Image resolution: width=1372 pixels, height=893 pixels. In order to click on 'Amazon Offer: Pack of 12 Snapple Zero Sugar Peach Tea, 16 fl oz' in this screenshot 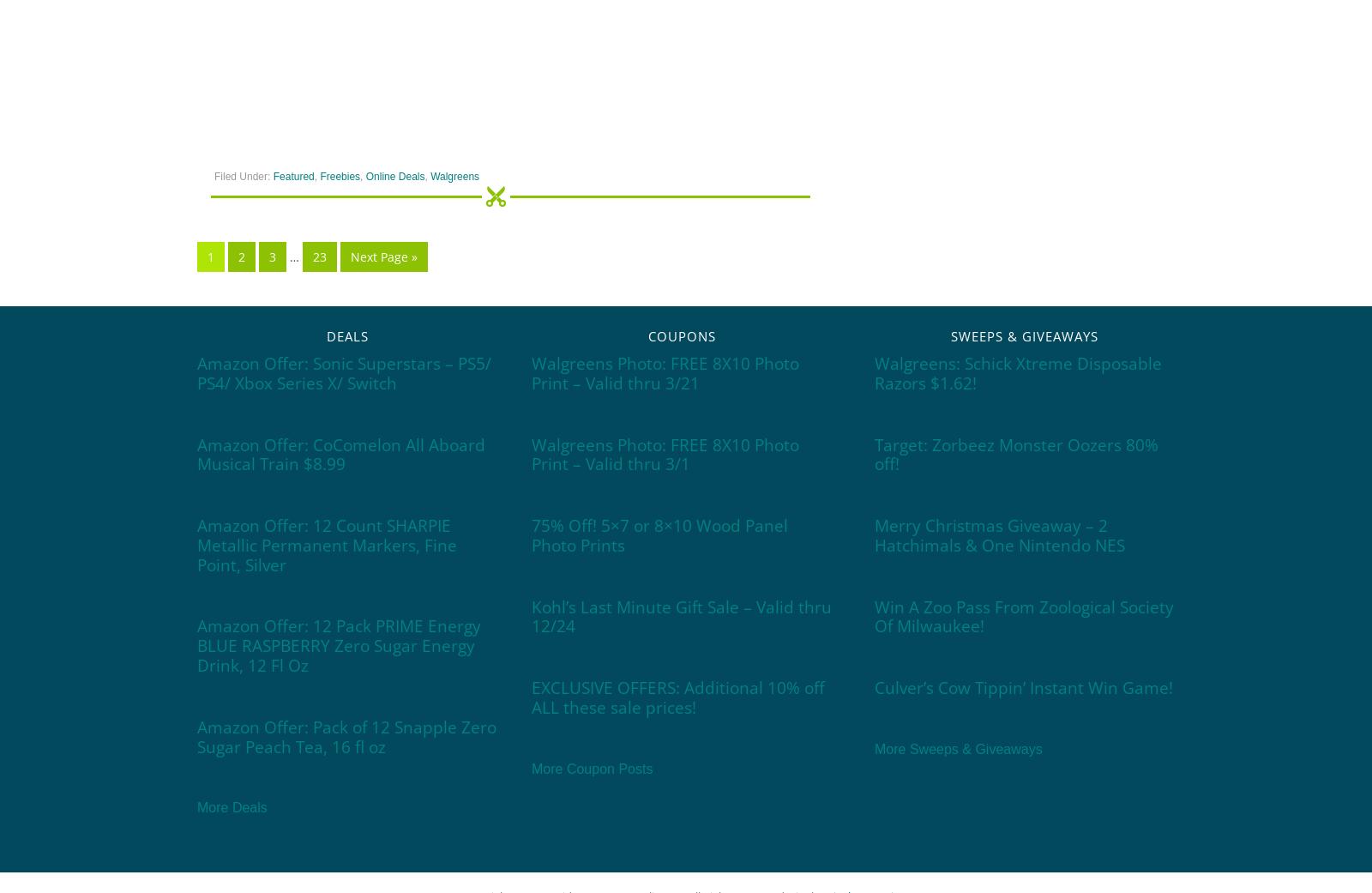, I will do `click(346, 735)`.